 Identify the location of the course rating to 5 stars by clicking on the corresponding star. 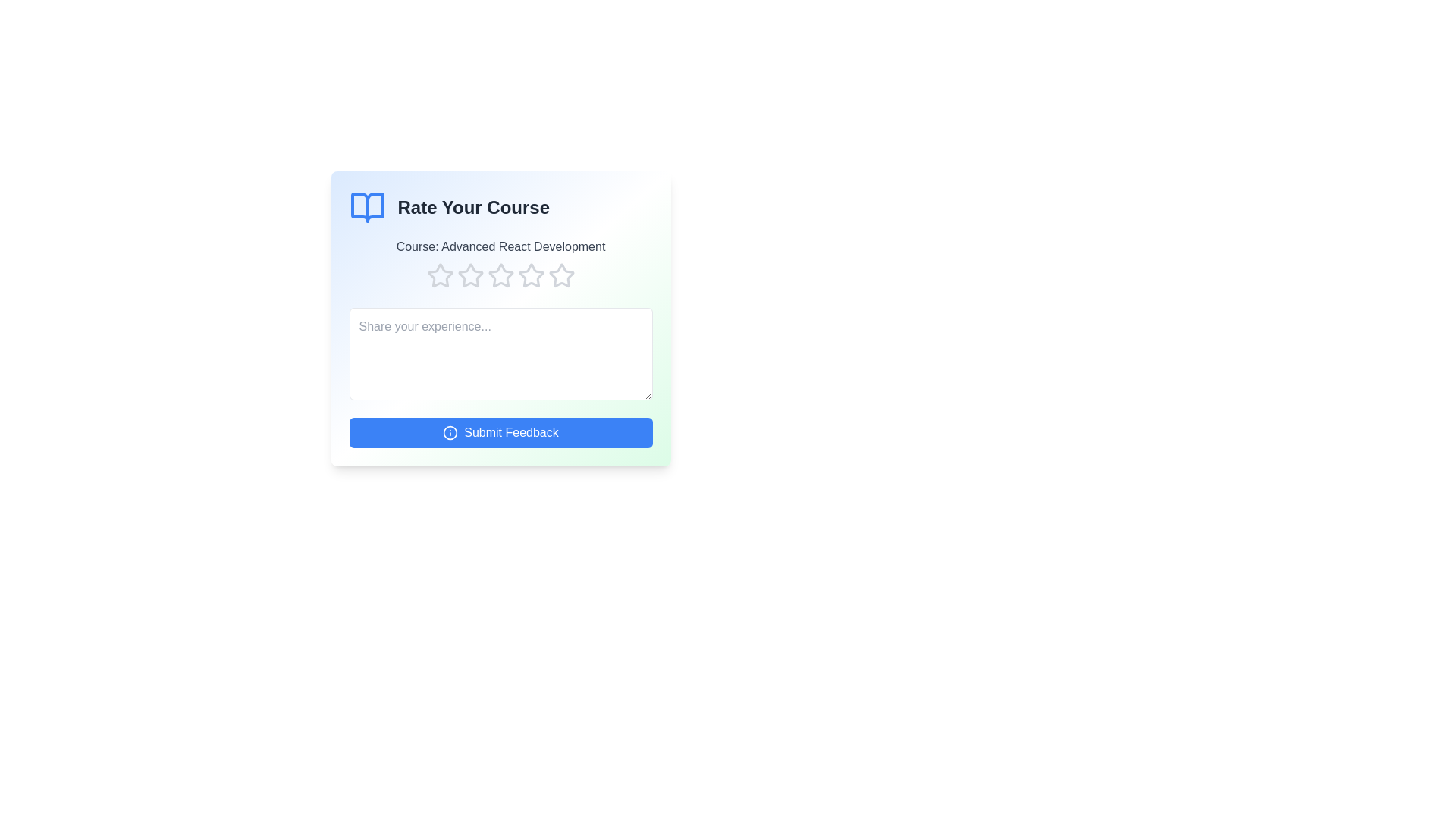
(560, 275).